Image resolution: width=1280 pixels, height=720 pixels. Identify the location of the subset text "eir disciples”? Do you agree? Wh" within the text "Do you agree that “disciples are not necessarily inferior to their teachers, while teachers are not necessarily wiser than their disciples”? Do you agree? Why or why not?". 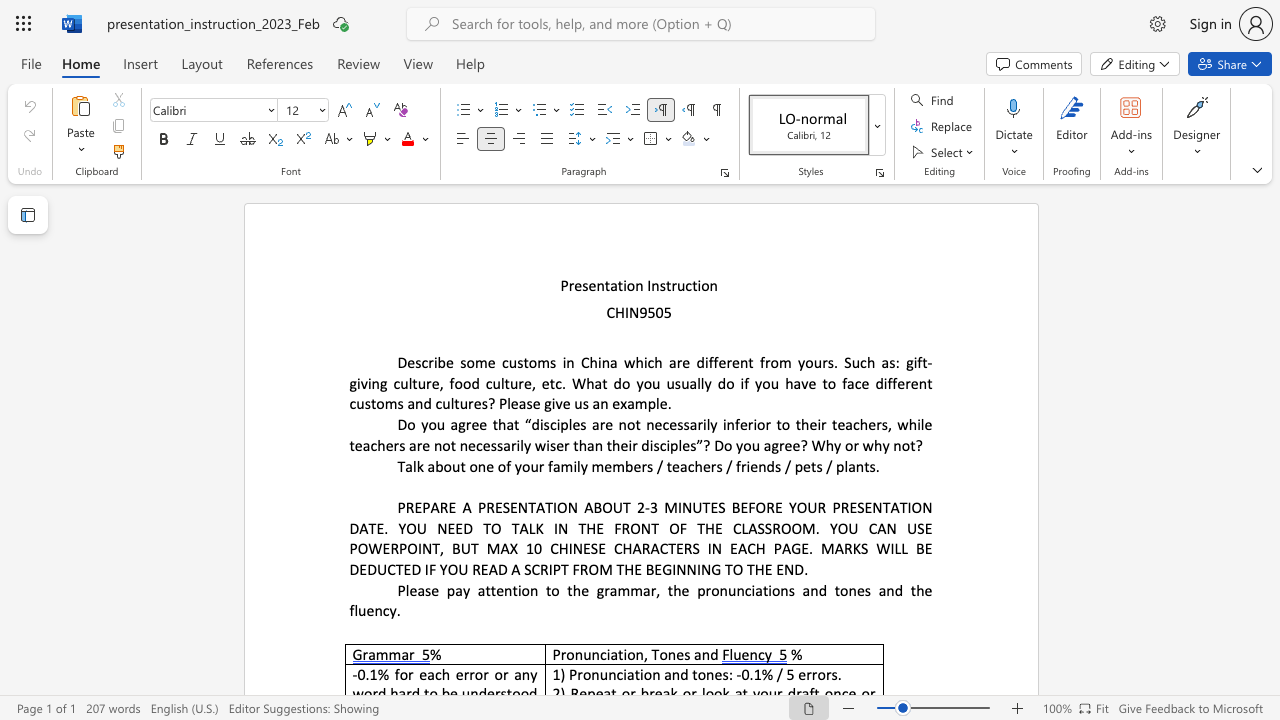
(619, 444).